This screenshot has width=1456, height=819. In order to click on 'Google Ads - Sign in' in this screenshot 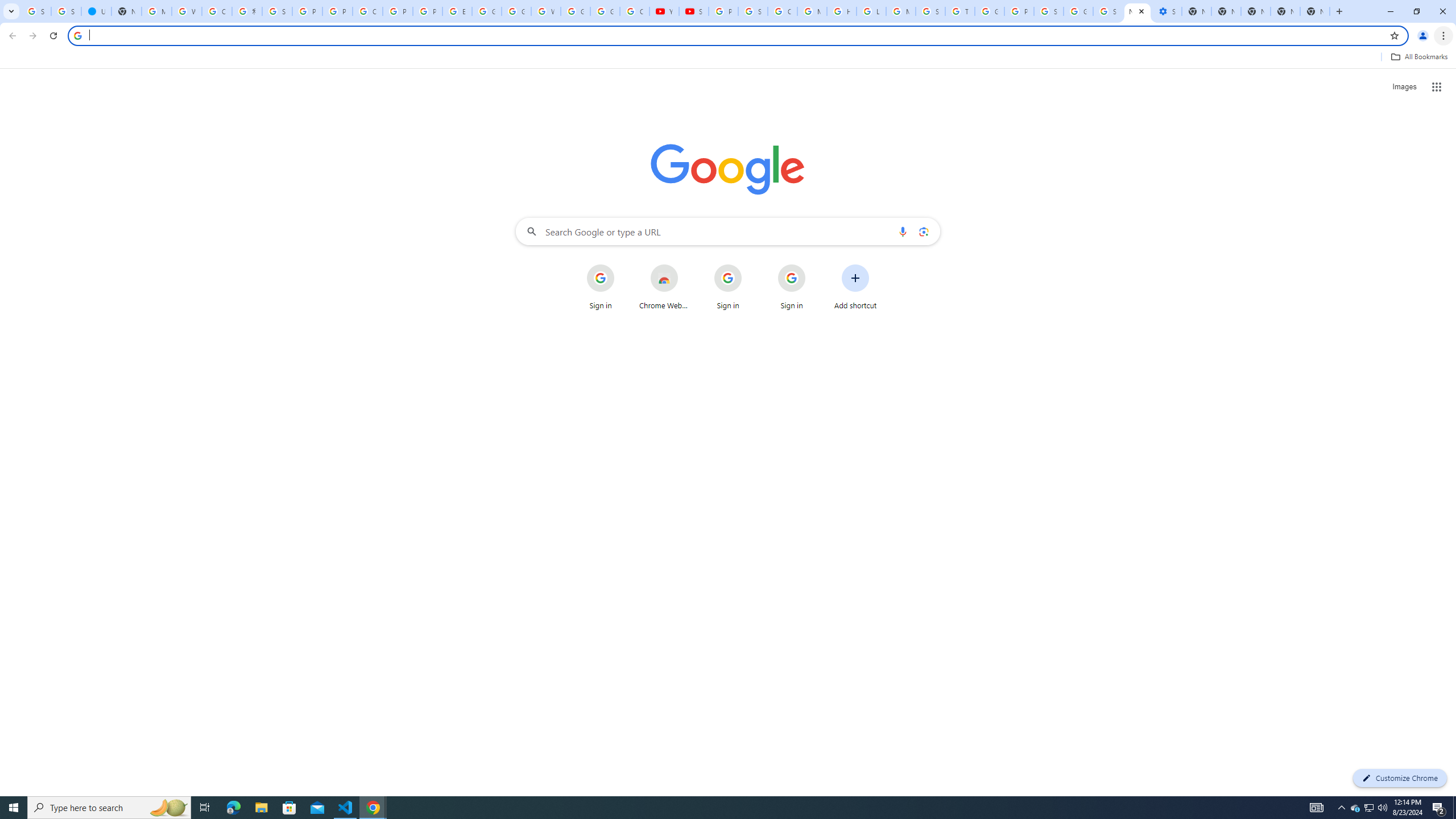, I will do `click(988, 11)`.